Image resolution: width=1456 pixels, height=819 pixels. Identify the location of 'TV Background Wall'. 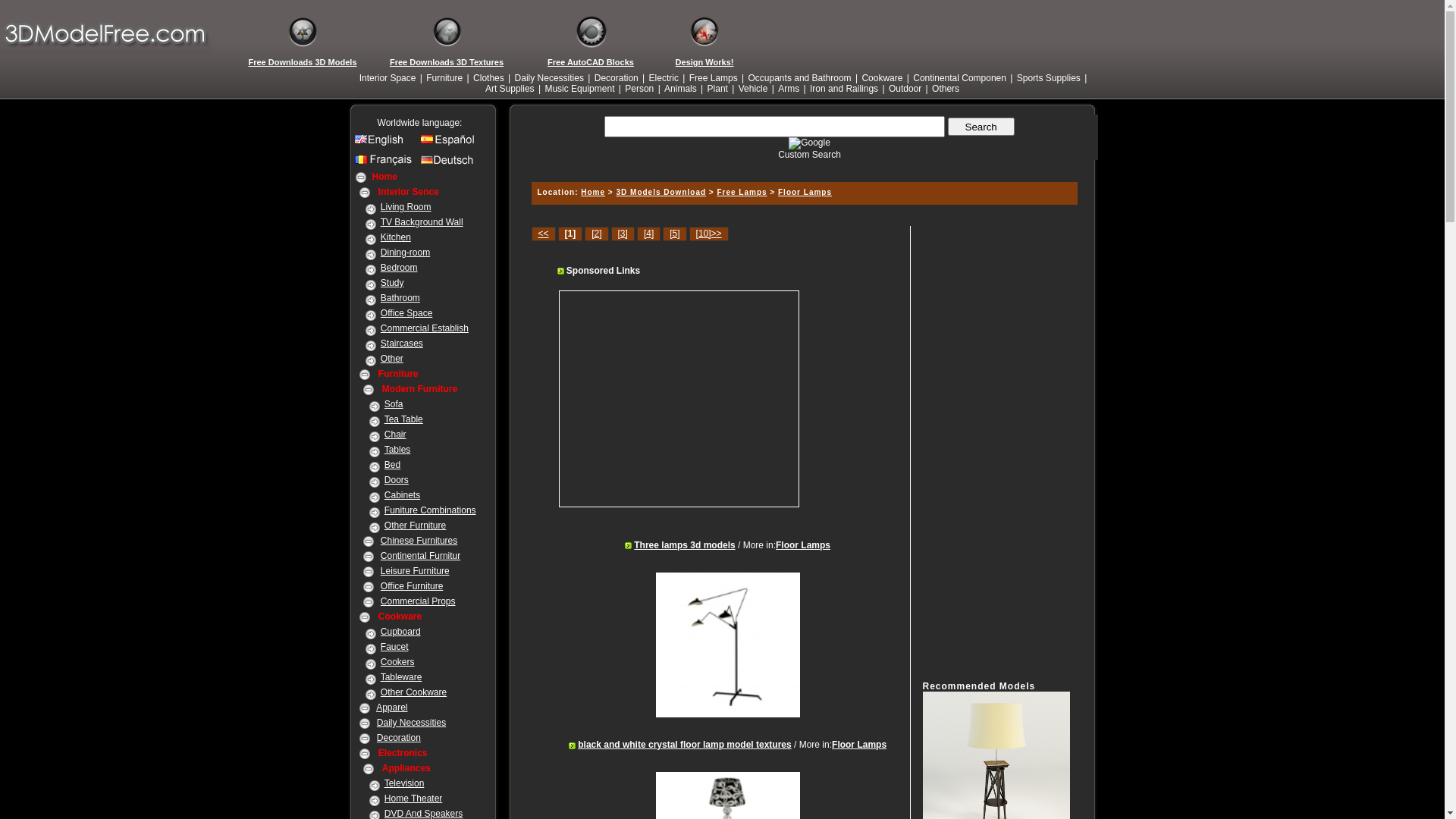
(422, 222).